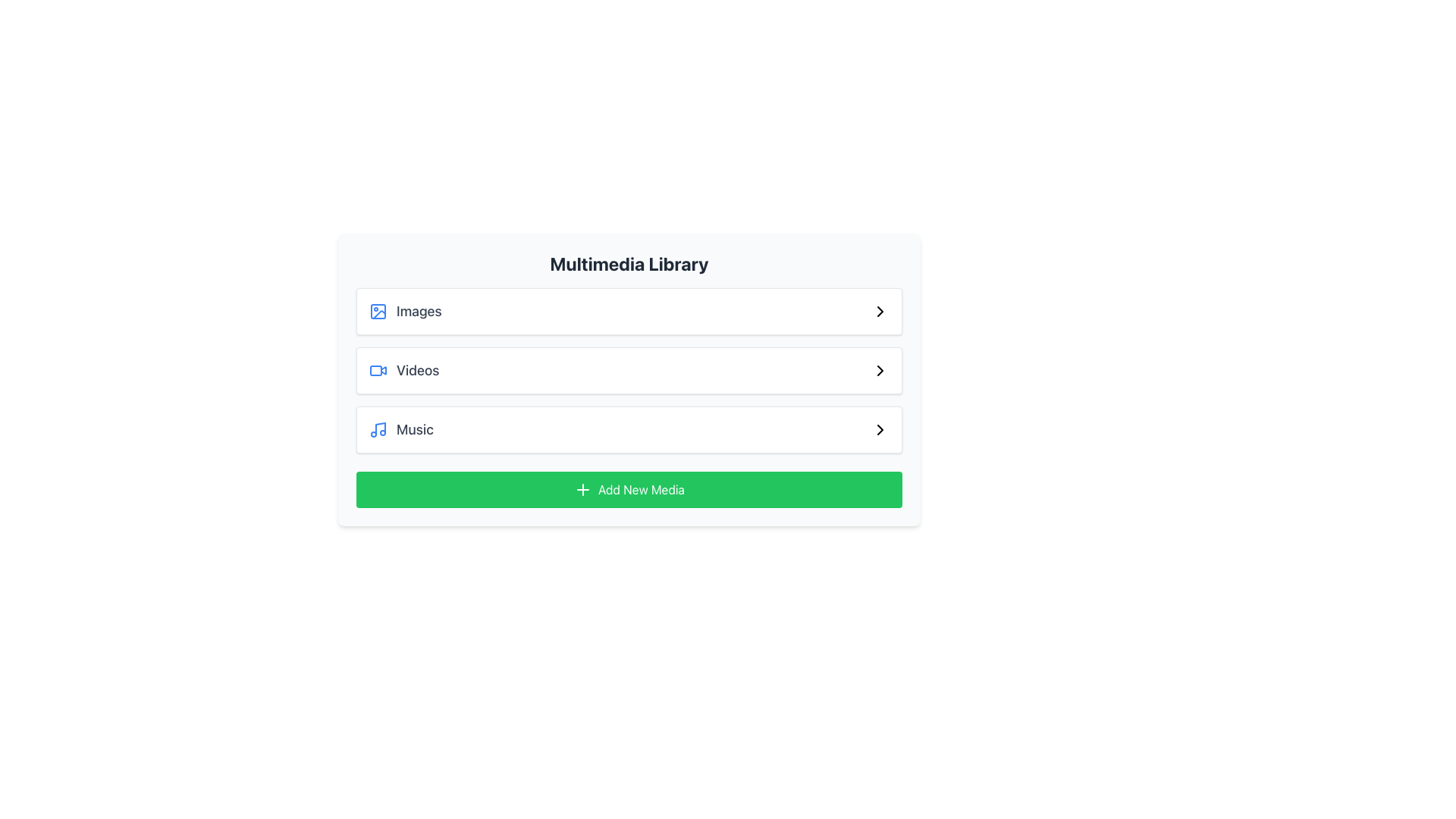 The width and height of the screenshot is (1456, 819). I want to click on the second button in the vertical list of three cards labeled 'Multimedia Library', which is related to videos, so click(629, 379).